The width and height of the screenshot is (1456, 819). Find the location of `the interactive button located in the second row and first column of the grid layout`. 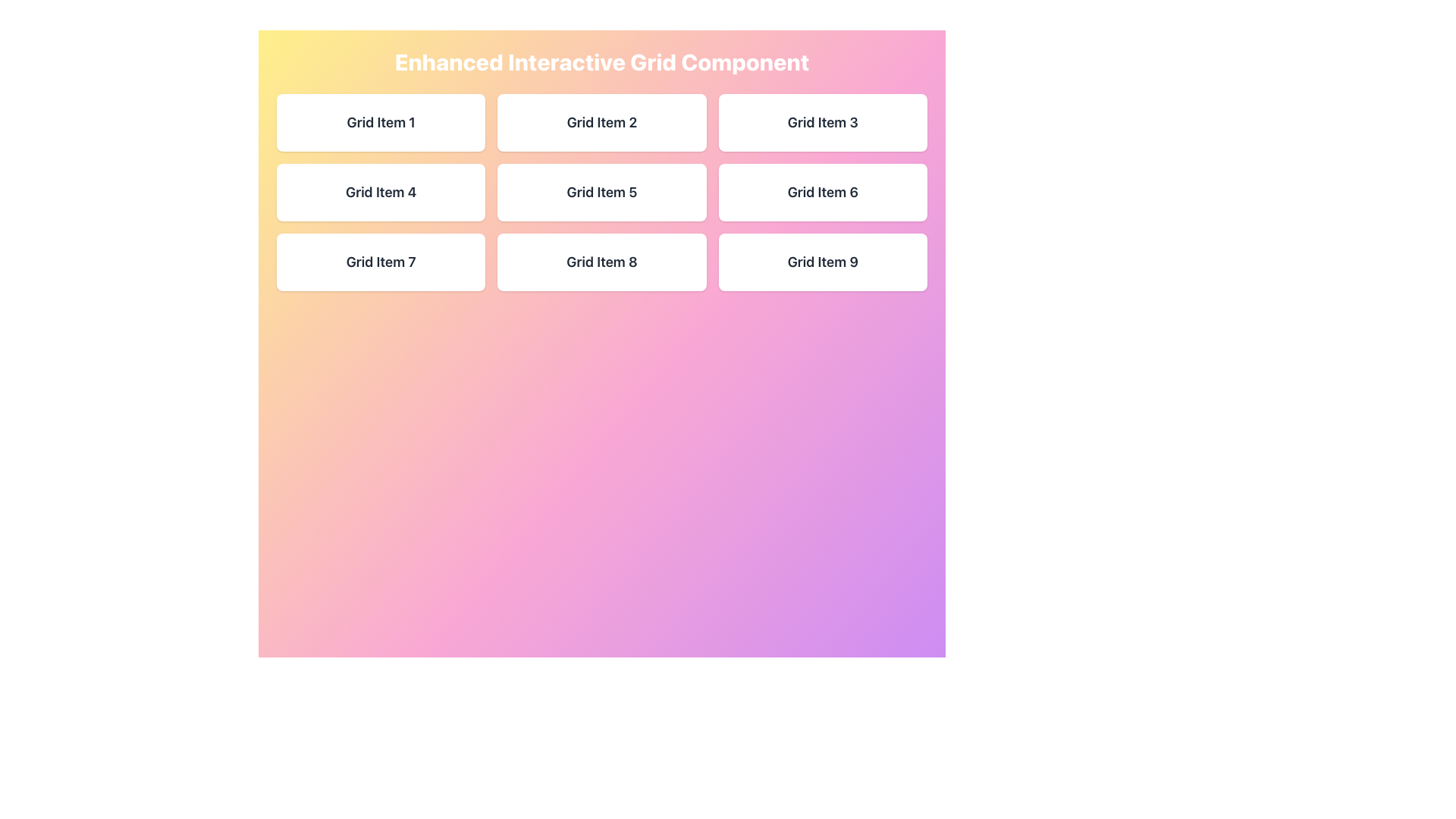

the interactive button located in the second row and first column of the grid layout is located at coordinates (381, 192).